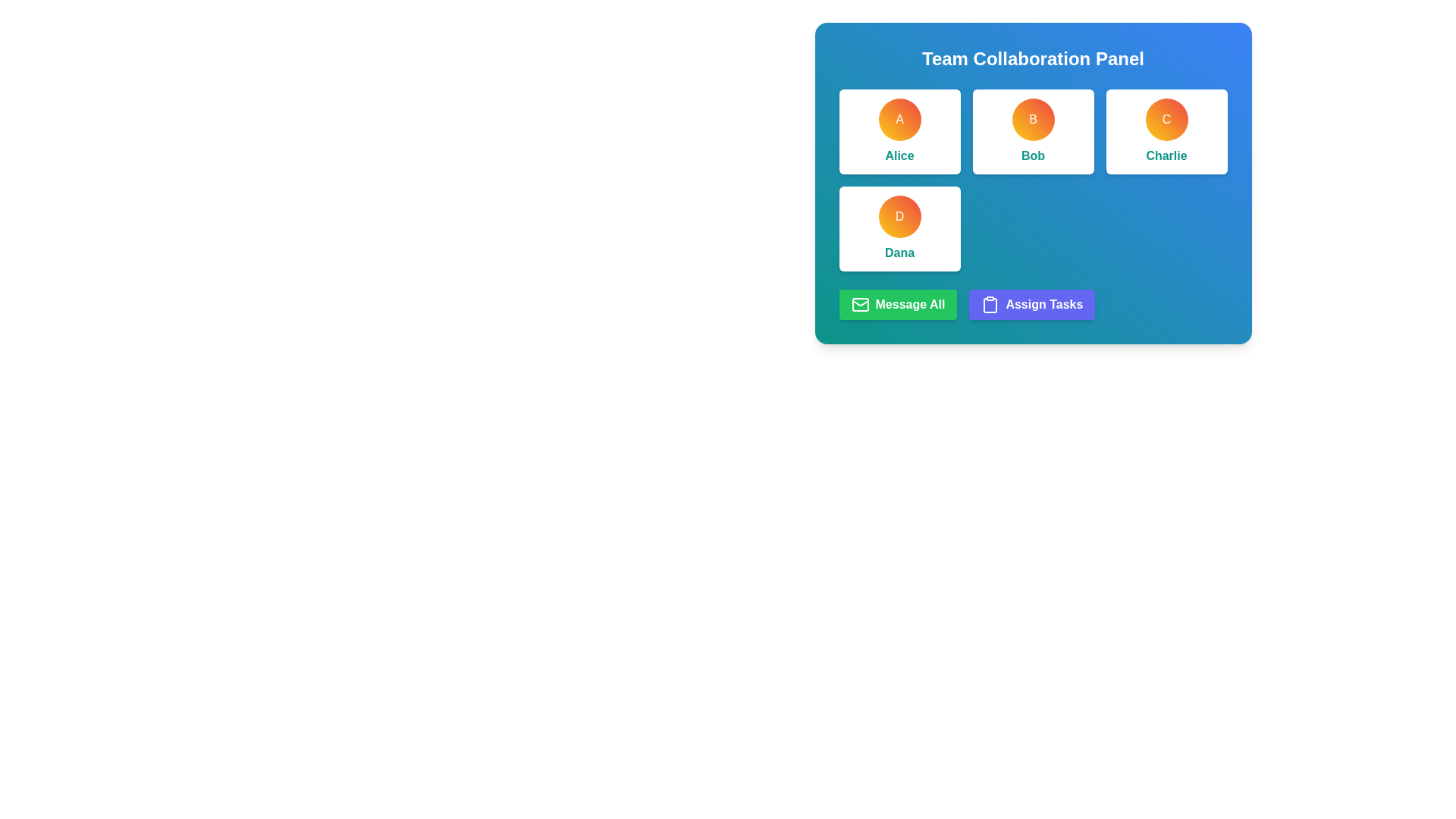 The height and width of the screenshot is (819, 1456). Describe the element at coordinates (1031, 304) in the screenshot. I see `the second button in the horizontal layout at the bottom of the 'Team Collaboration Panel' card to initiate the task assignment functionality` at that location.